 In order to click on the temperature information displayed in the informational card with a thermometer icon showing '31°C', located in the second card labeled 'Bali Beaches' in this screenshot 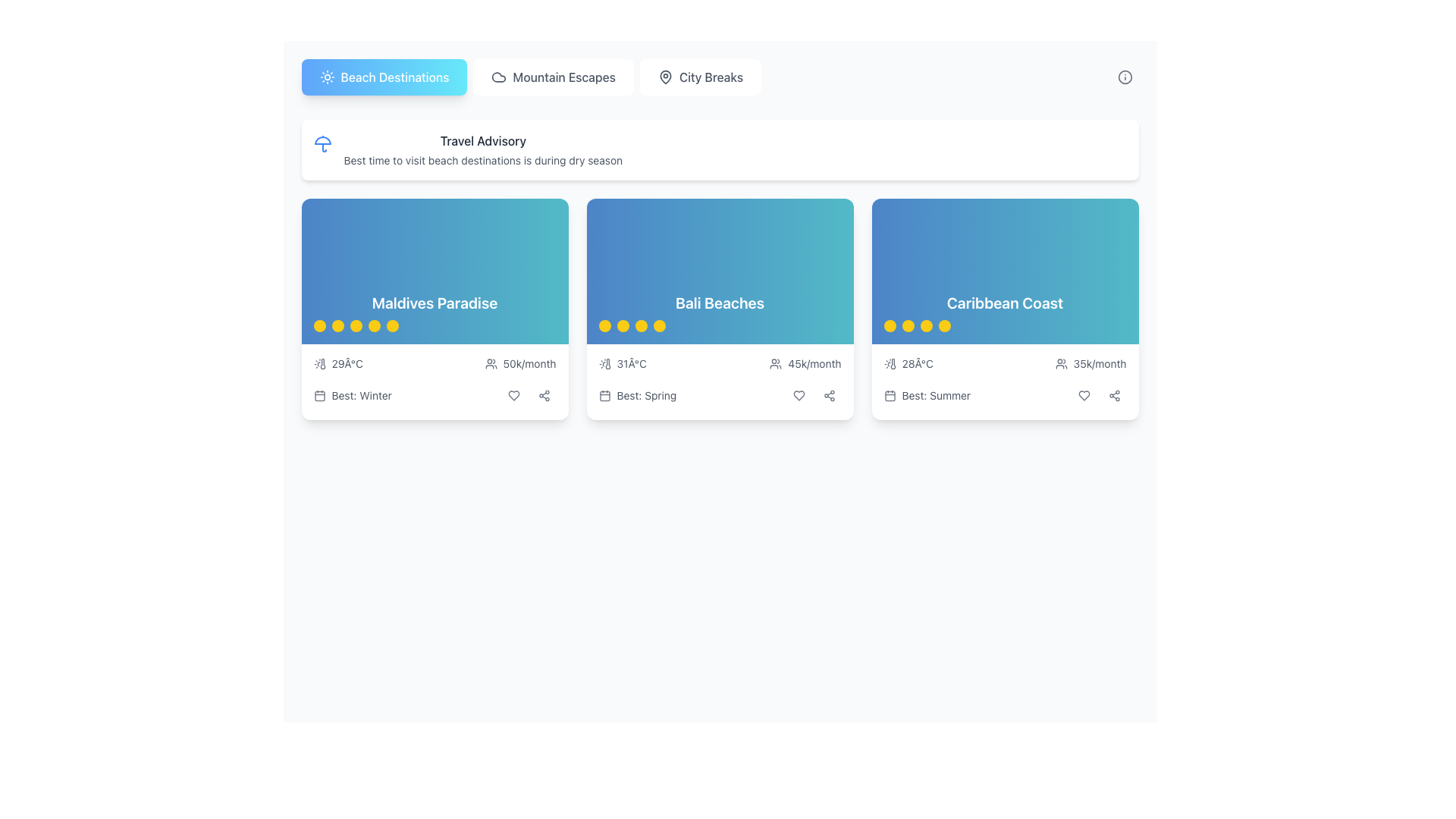, I will do `click(623, 363)`.